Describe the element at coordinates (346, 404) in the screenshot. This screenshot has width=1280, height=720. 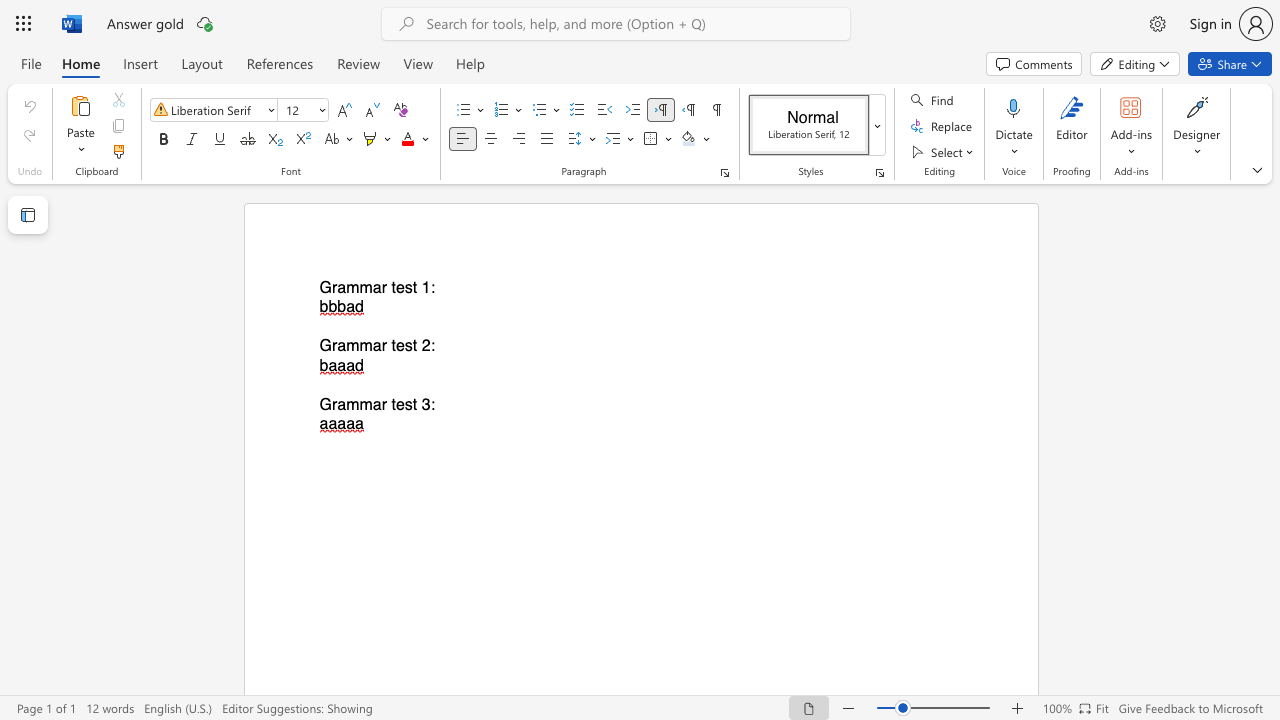
I see `the subset text "mmar te" within the text "Grammar test 3:"` at that location.